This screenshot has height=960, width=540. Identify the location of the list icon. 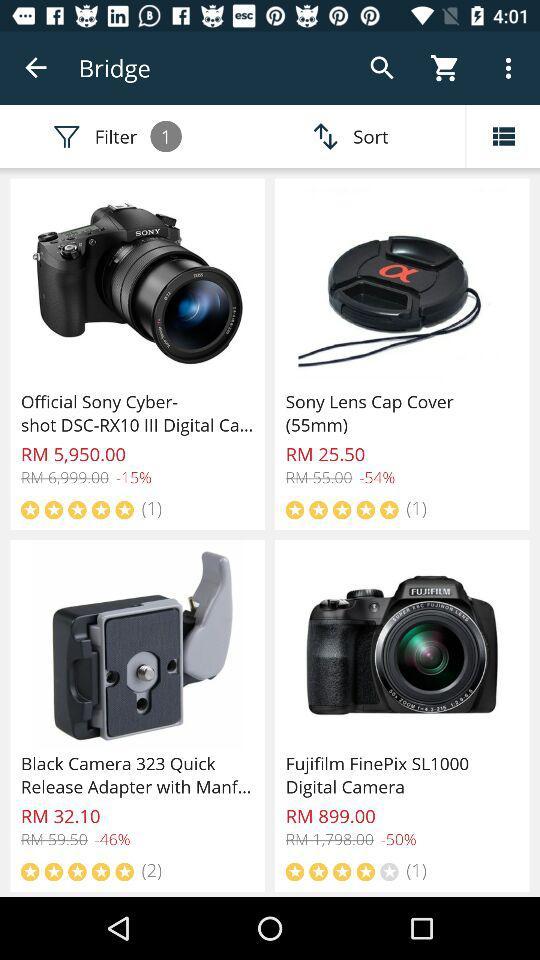
(502, 135).